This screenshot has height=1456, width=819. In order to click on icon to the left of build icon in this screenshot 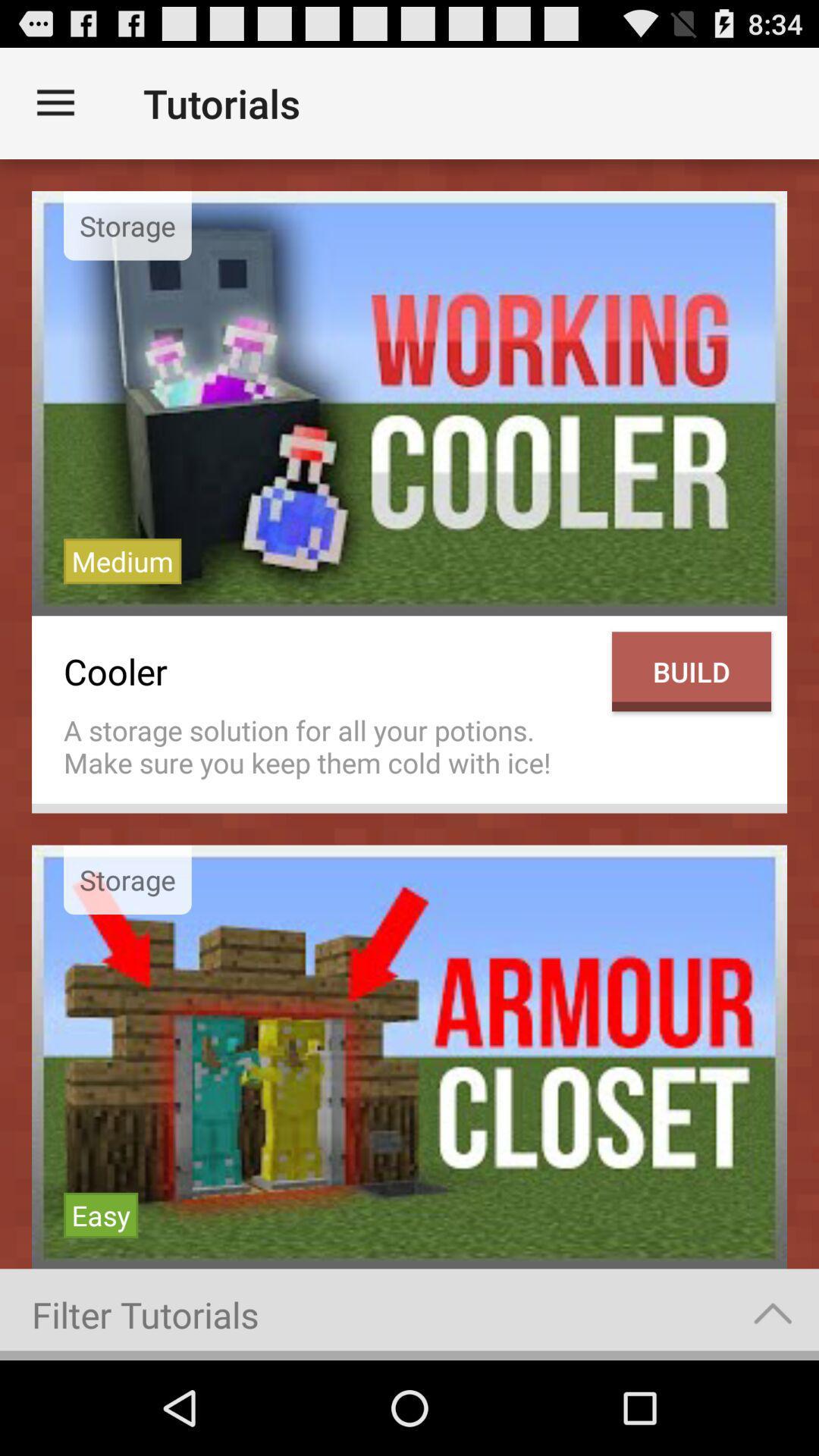, I will do `click(329, 746)`.